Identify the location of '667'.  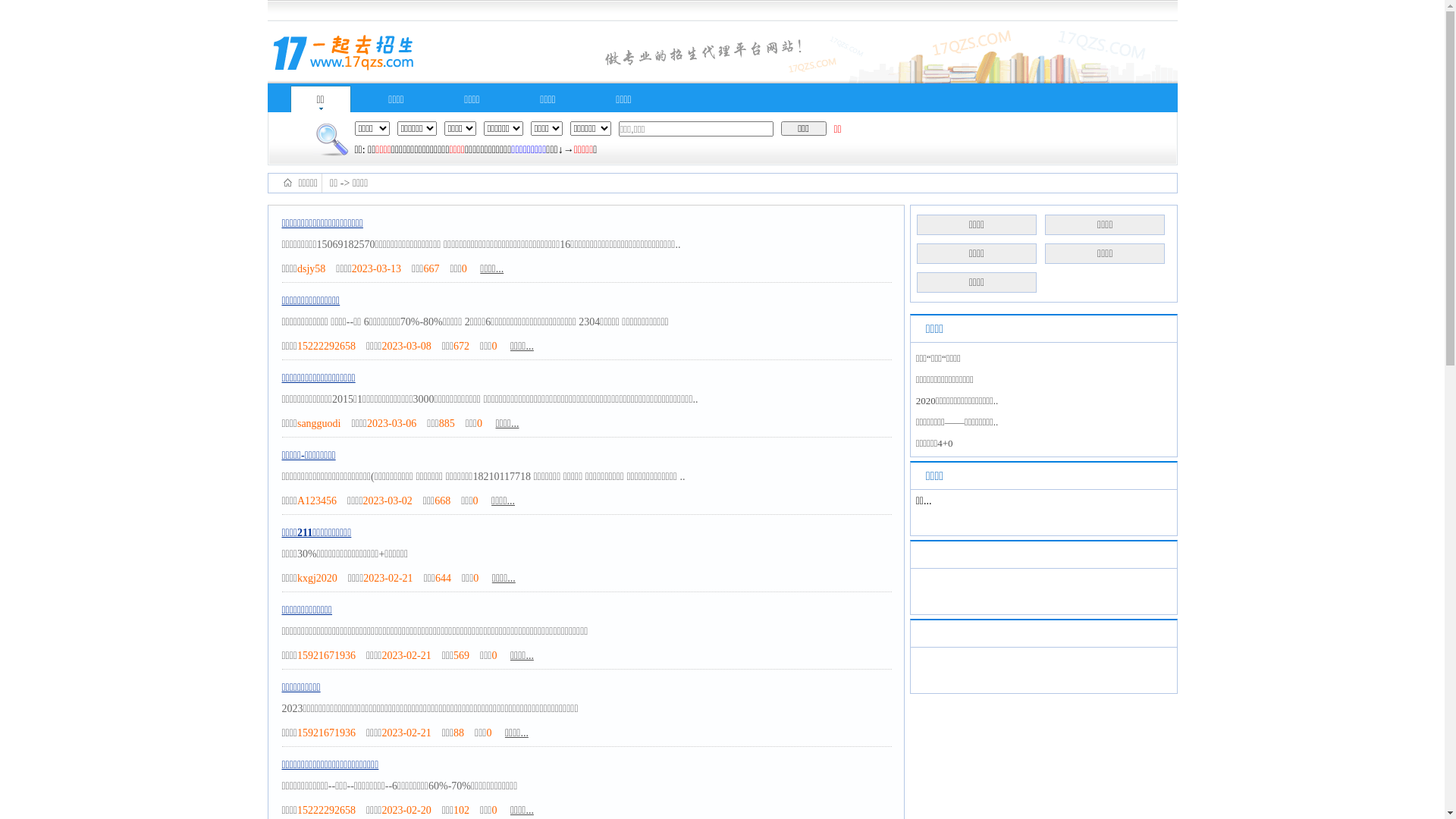
(430, 268).